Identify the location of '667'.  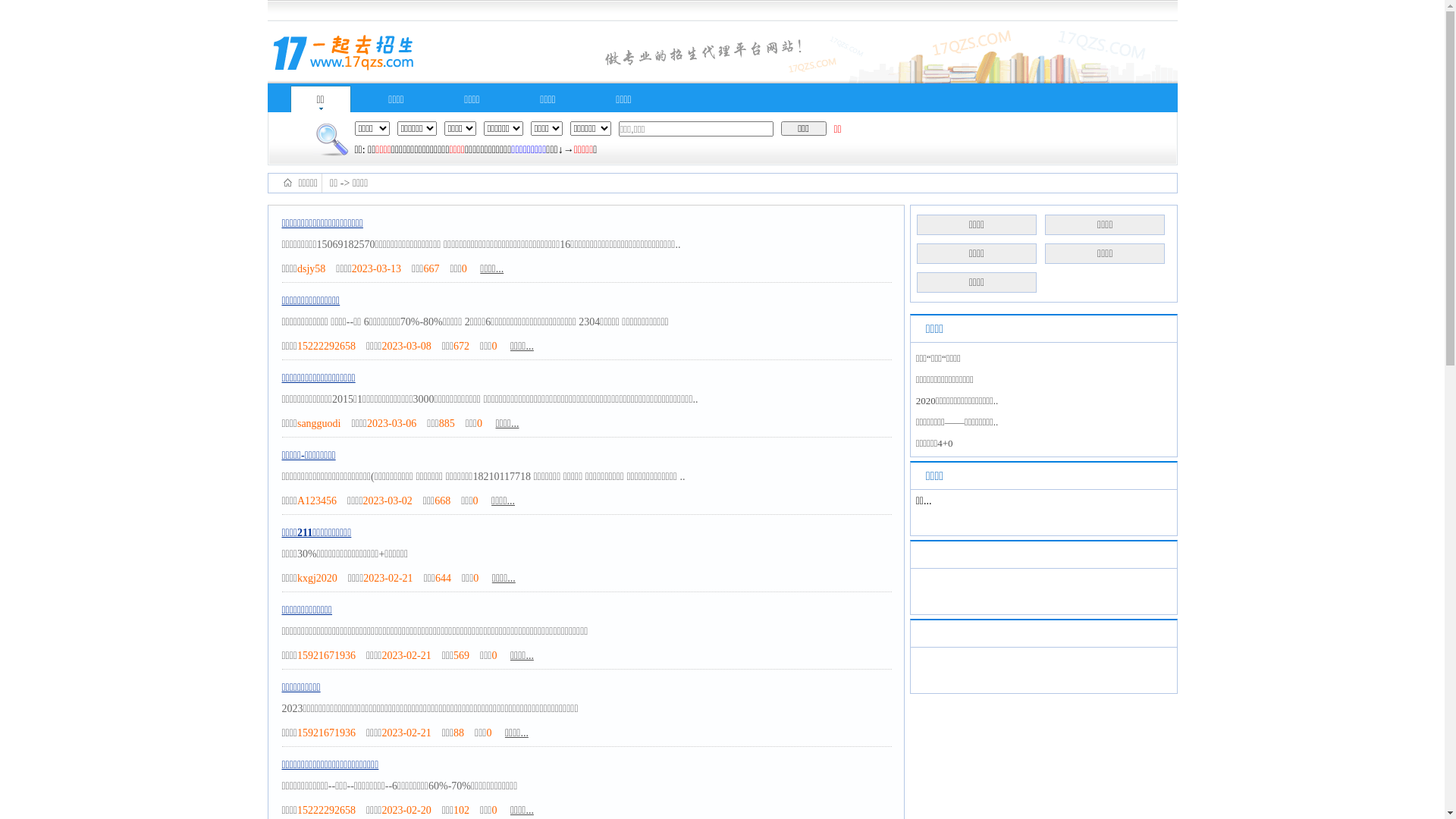
(430, 268).